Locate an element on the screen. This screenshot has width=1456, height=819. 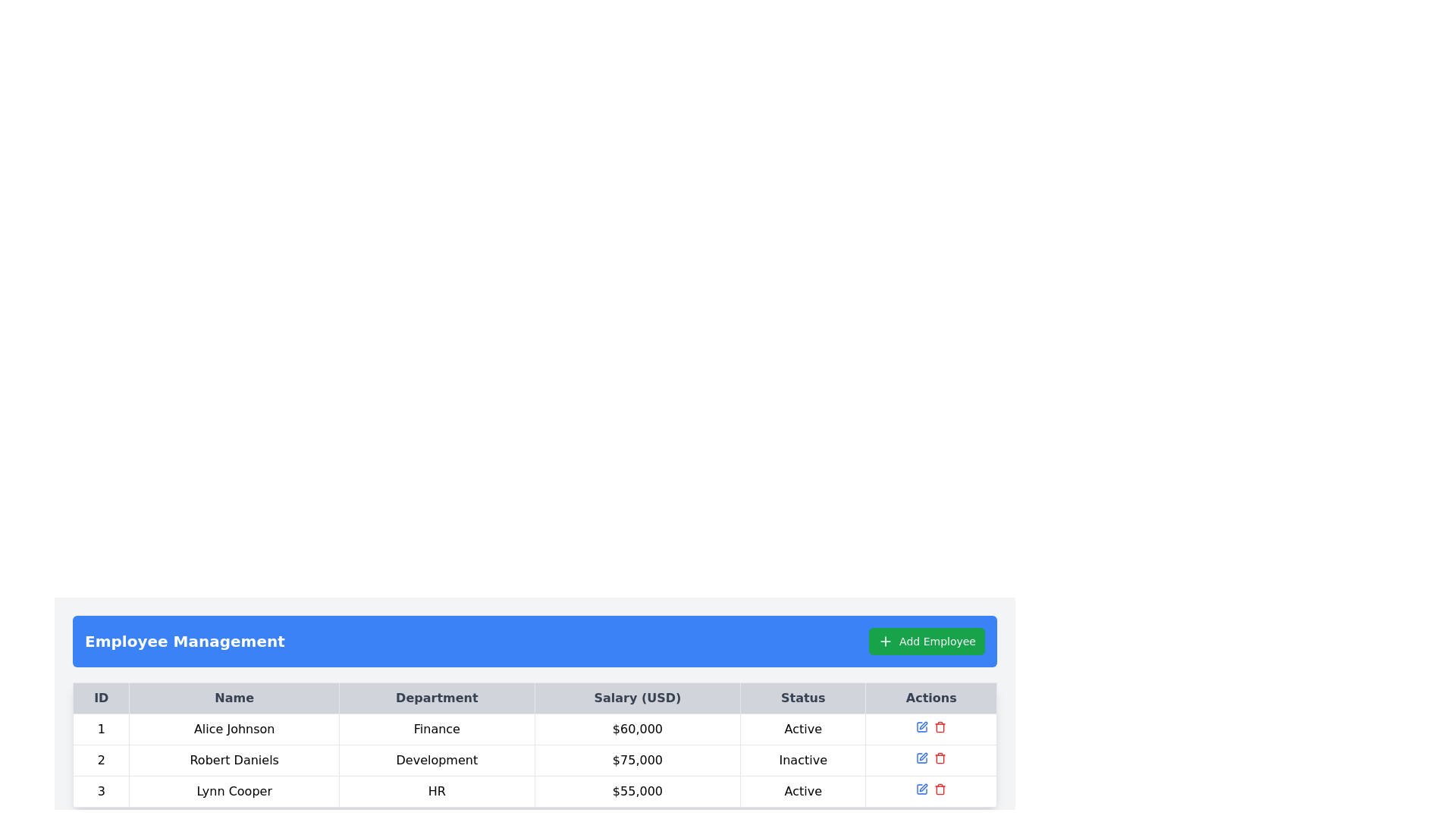
the blue square edit icon located in the 'Actions' column of the table to observe the color change effect is located at coordinates (921, 758).